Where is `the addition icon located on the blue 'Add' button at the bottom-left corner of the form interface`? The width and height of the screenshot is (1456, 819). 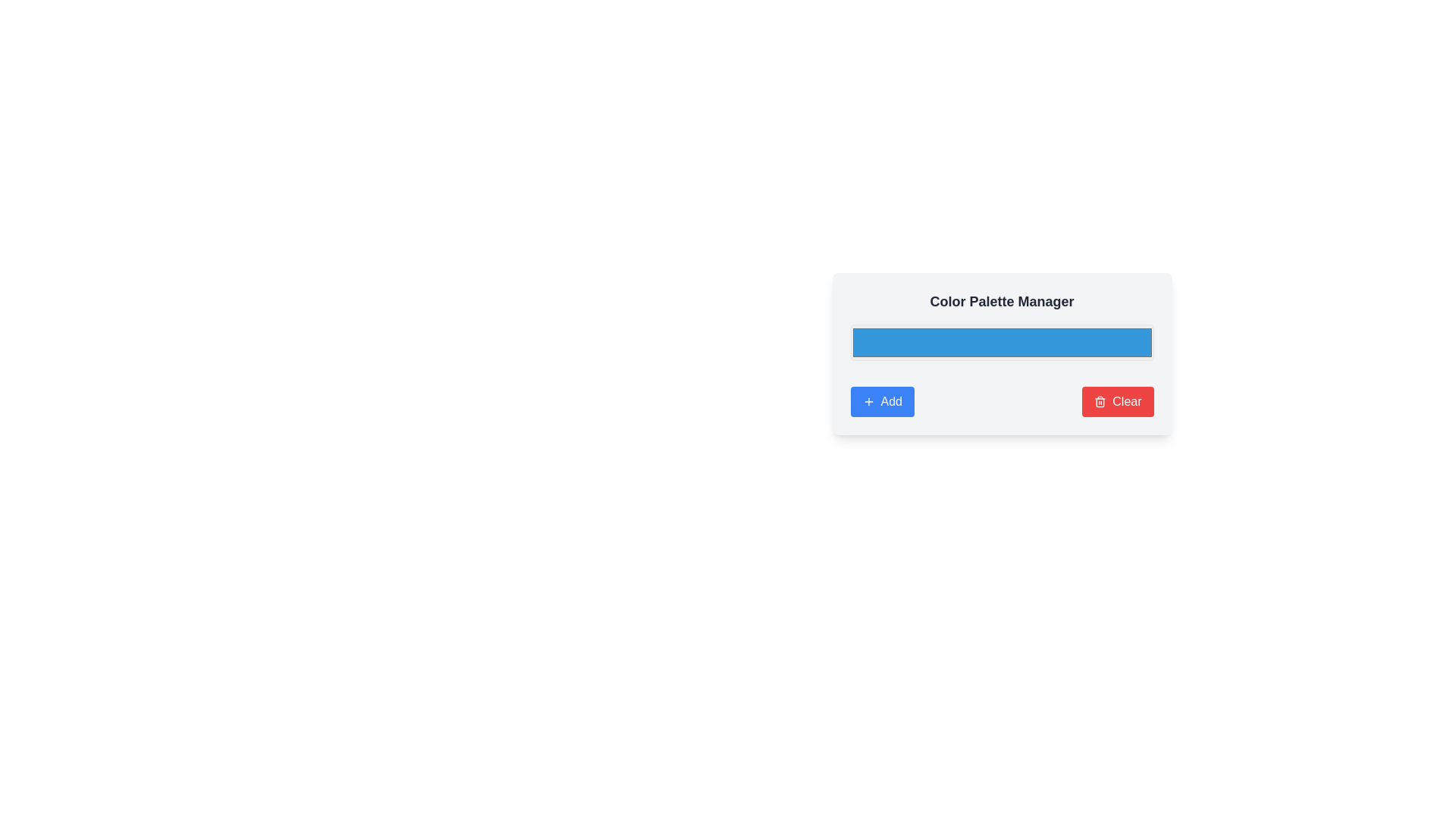
the addition icon located on the blue 'Add' button at the bottom-left corner of the form interface is located at coordinates (868, 400).